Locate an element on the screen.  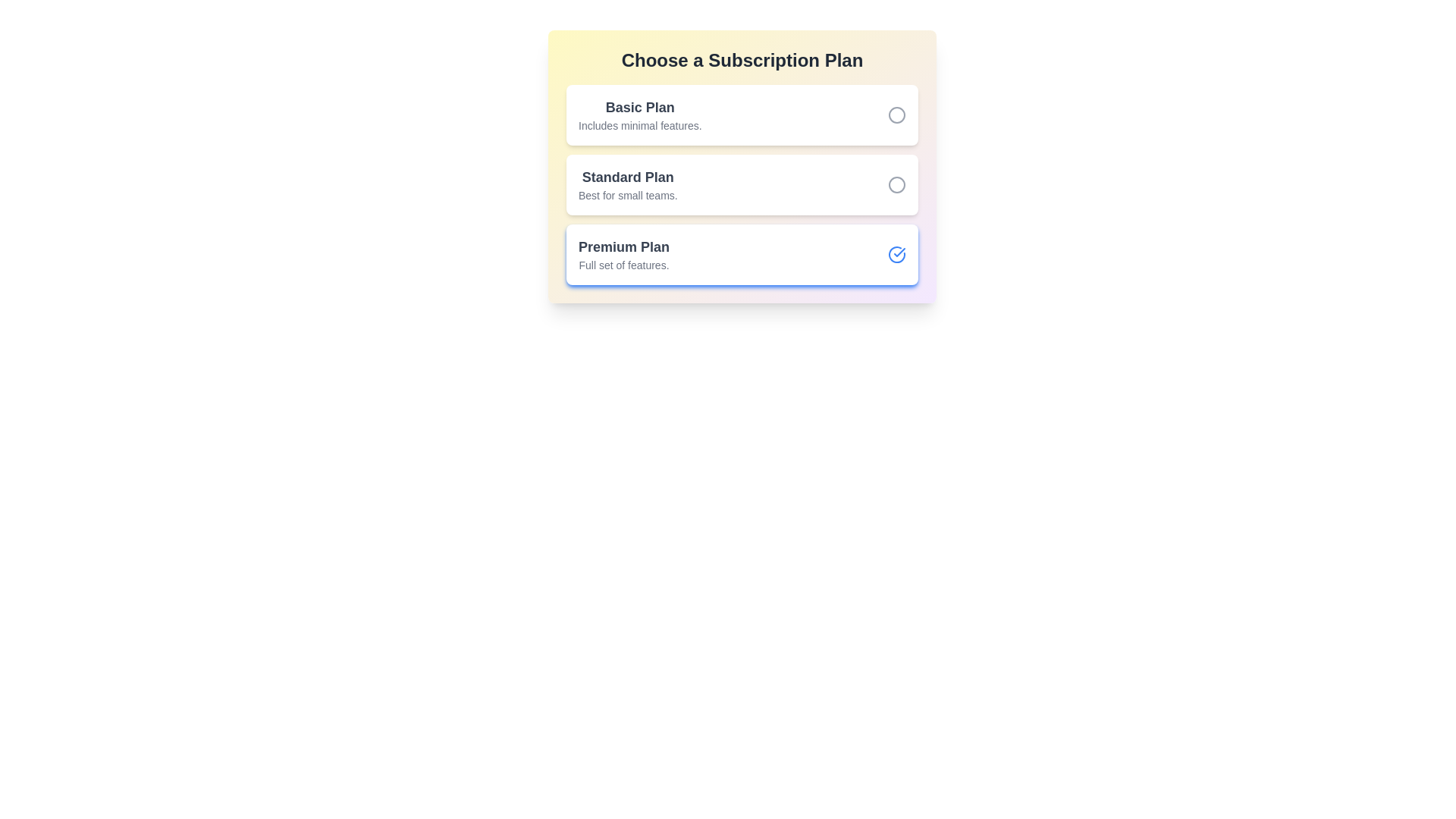
the subscription plan Premium Plan by clicking its corresponding button is located at coordinates (896, 253).